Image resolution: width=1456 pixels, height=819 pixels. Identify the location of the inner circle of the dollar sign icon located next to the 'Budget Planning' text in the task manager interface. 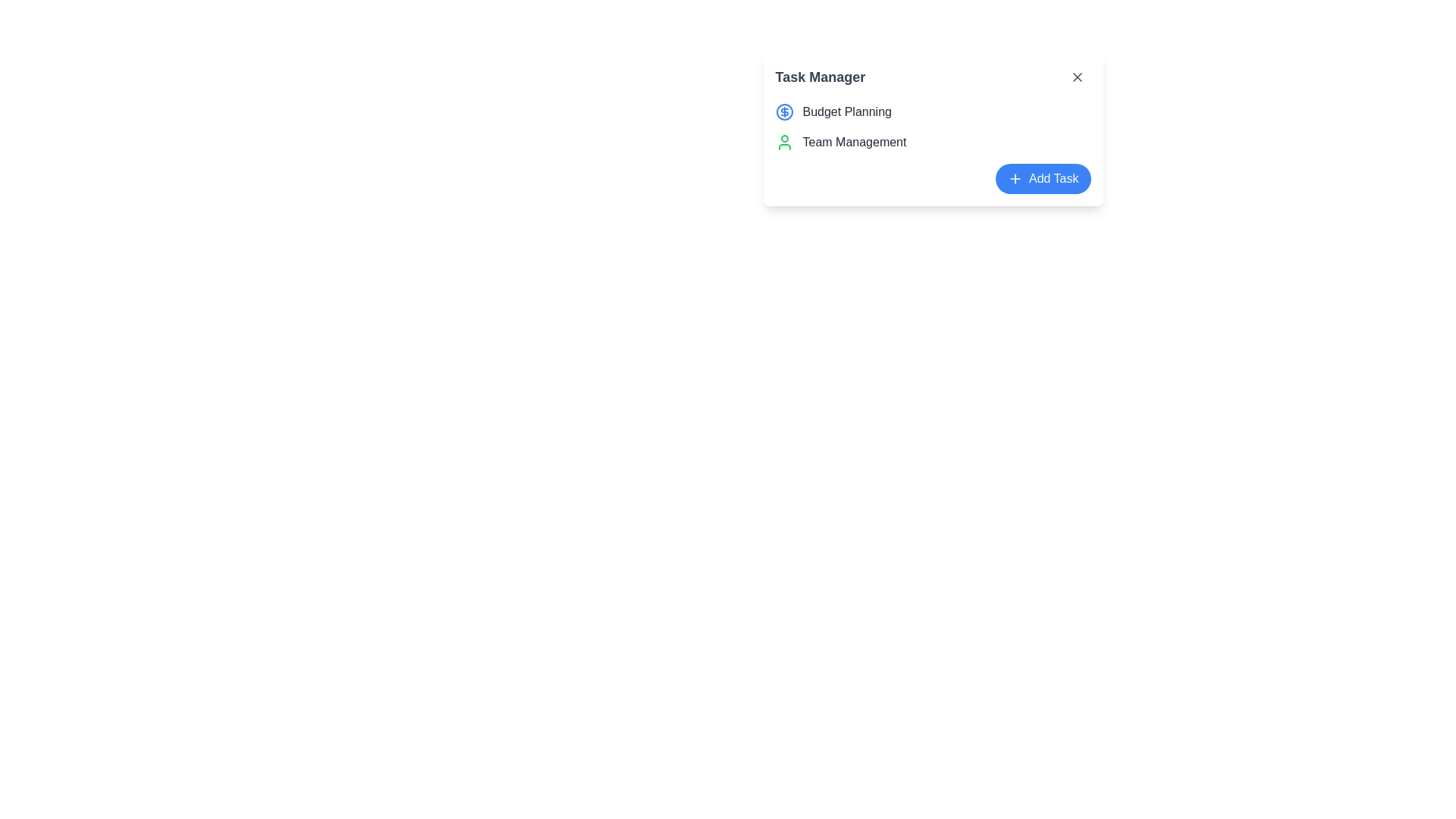
(784, 111).